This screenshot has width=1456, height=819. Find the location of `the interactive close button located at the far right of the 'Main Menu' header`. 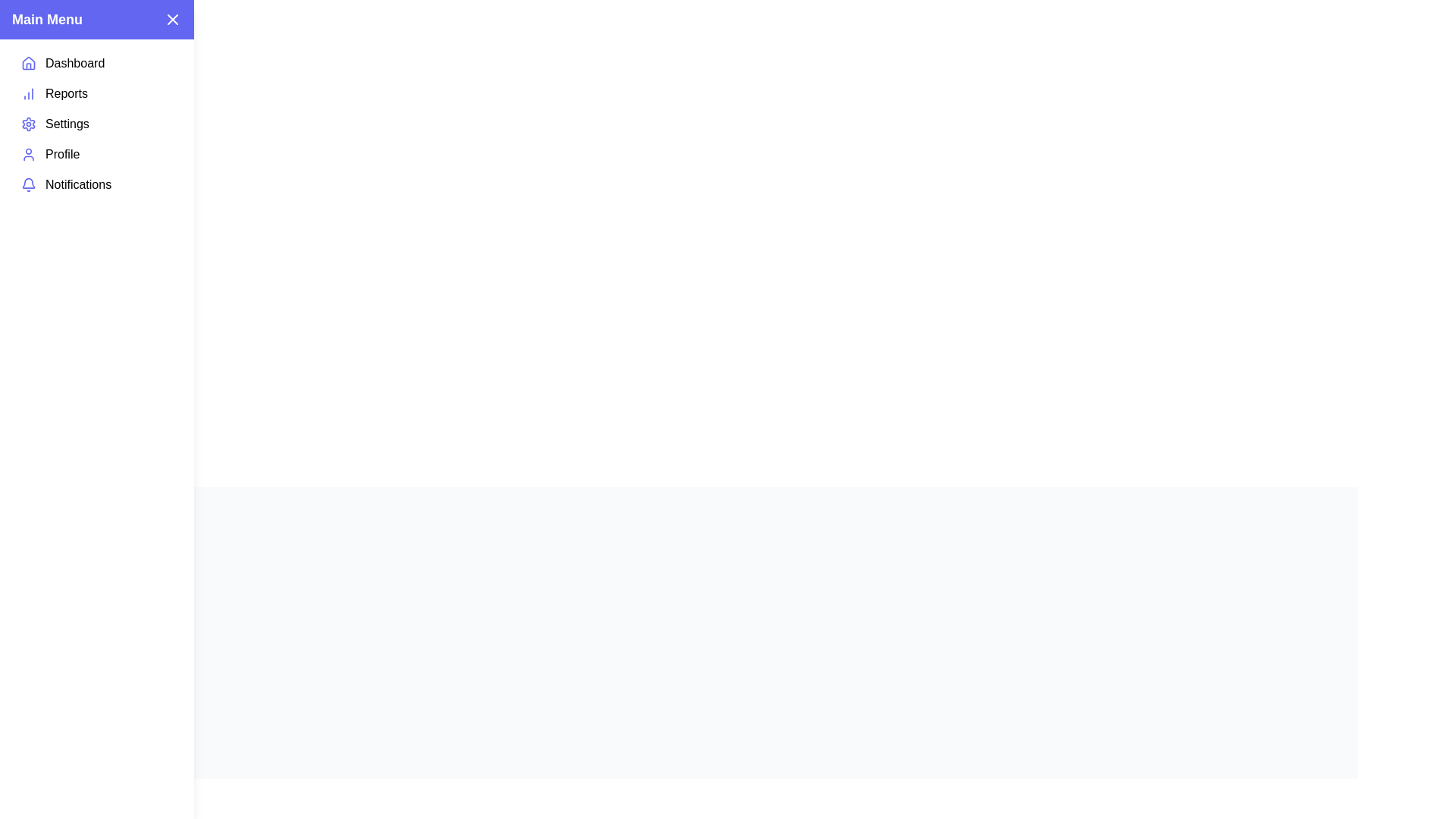

the interactive close button located at the far right of the 'Main Menu' header is located at coordinates (172, 20).